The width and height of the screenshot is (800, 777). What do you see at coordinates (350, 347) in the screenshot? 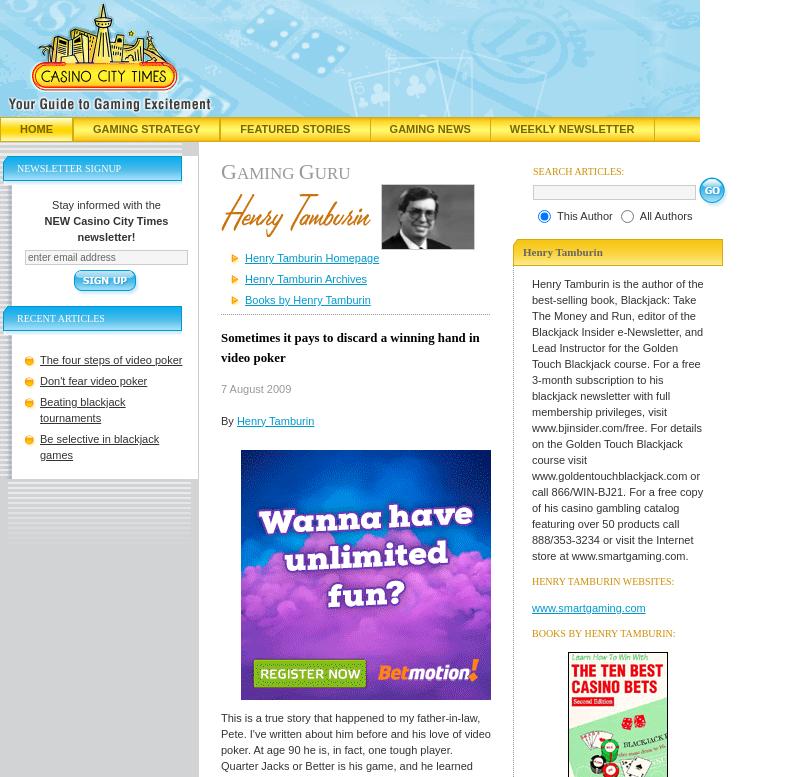
I see `'Sometimes it pays to discard a winning hand in video poker'` at bounding box center [350, 347].